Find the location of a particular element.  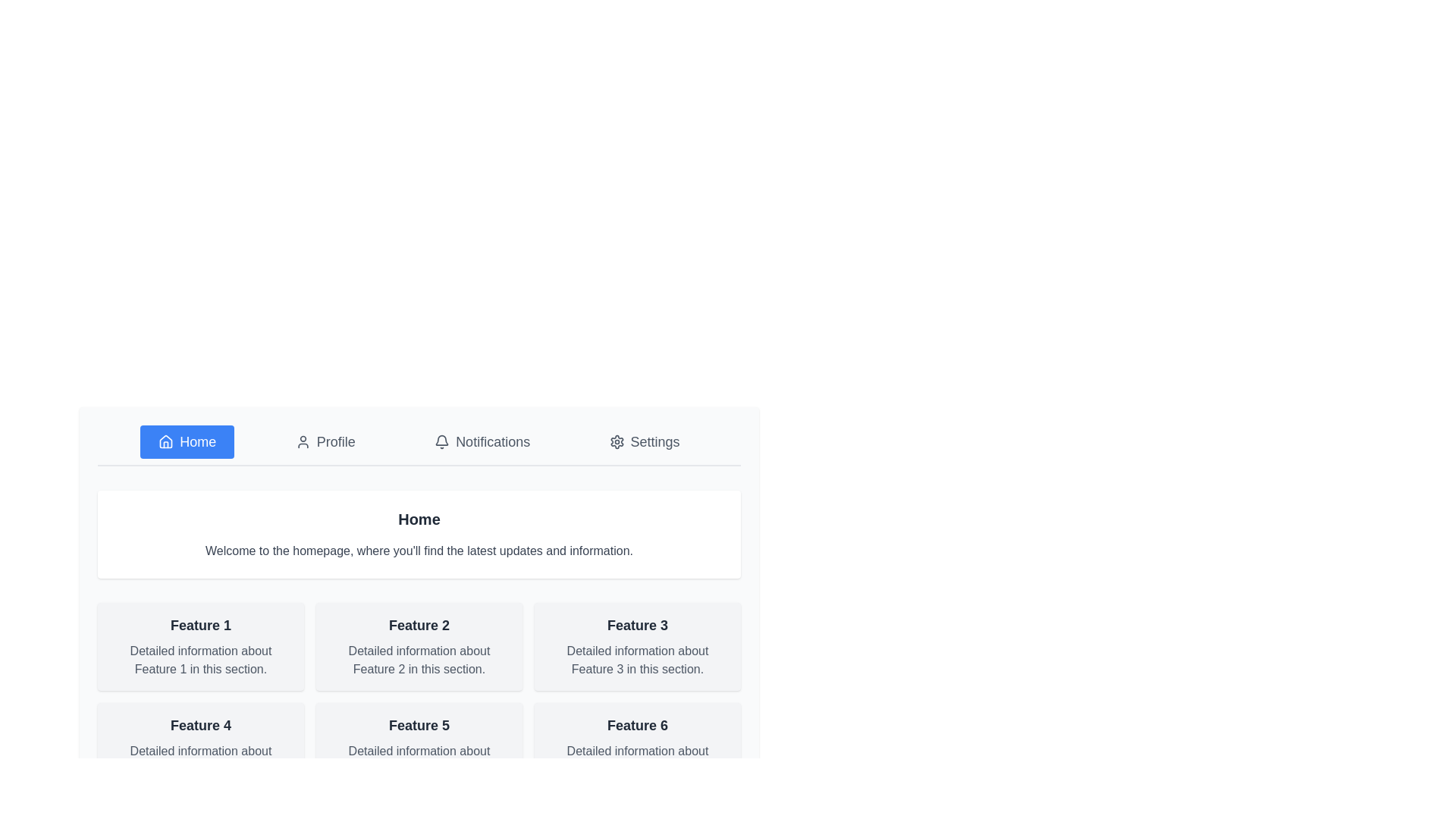

details of individual grid items in the two-row grid layout containing headlines and descriptions, styled with a light gray background and rounded corners, located centrally below the 'Home' section is located at coordinates (419, 696).